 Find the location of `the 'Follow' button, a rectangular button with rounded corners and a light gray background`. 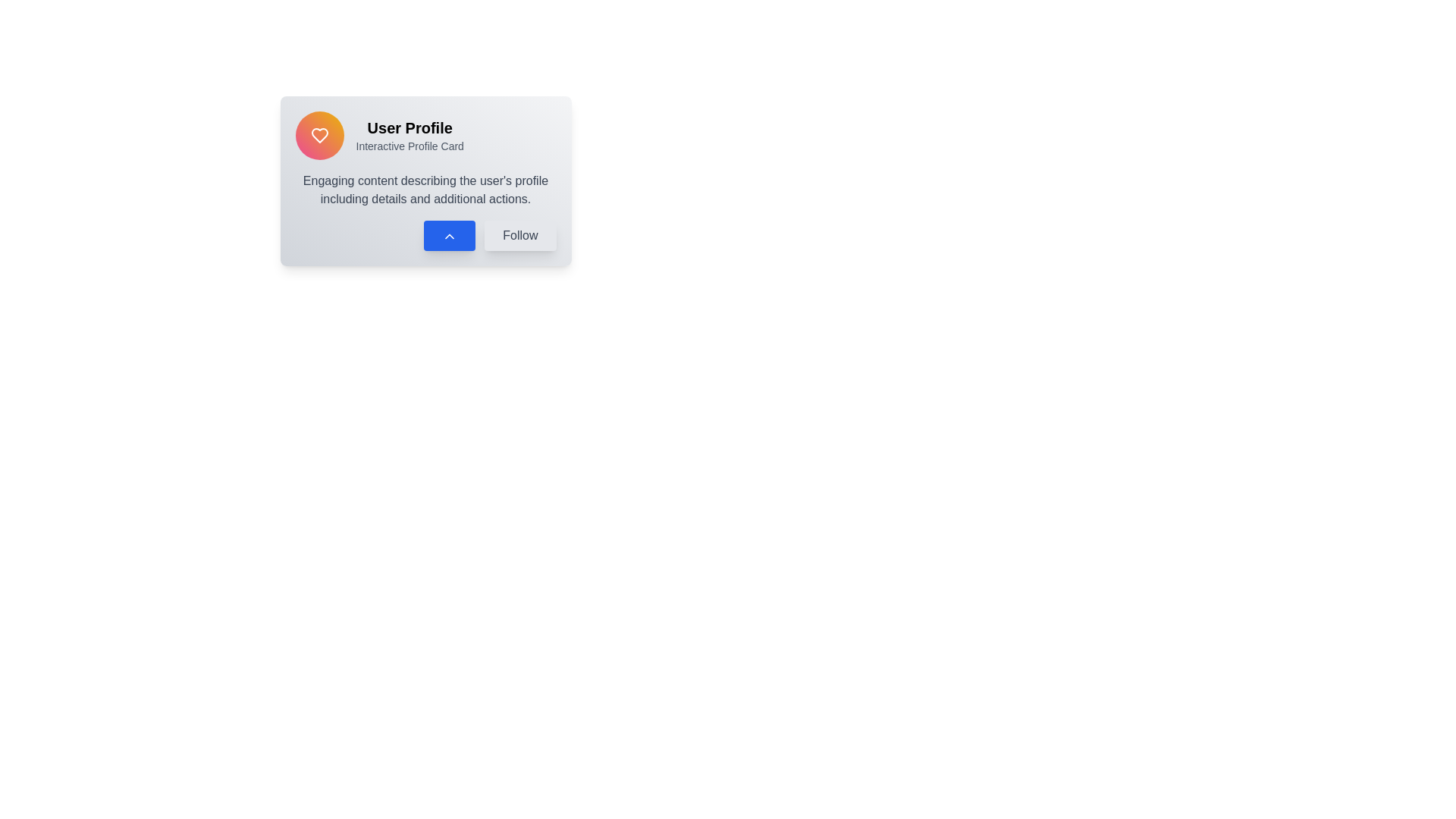

the 'Follow' button, a rectangular button with rounded corners and a light gray background is located at coordinates (520, 236).